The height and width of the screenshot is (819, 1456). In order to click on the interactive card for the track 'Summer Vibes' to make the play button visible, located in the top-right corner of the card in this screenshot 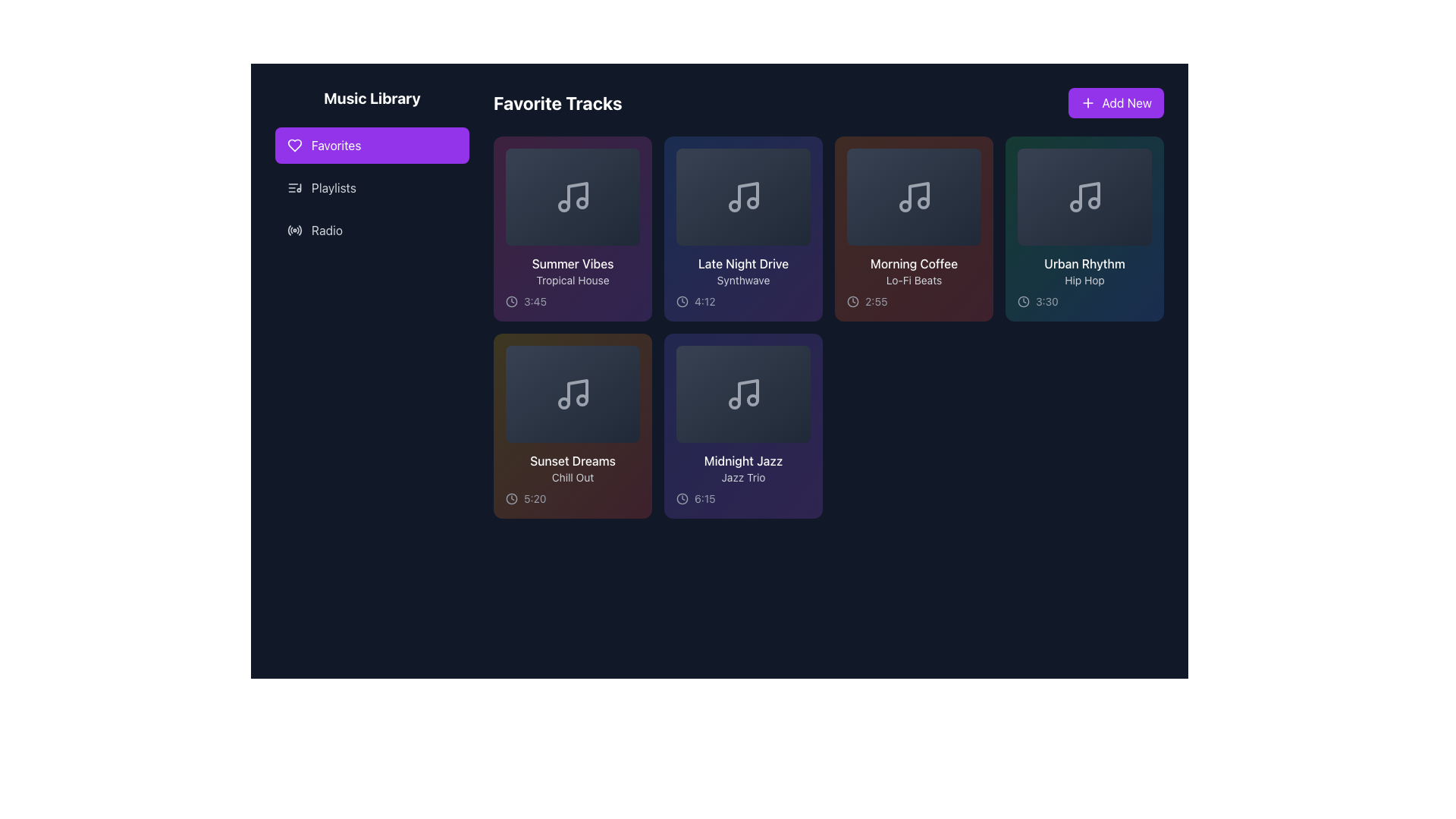, I will do `click(630, 158)`.